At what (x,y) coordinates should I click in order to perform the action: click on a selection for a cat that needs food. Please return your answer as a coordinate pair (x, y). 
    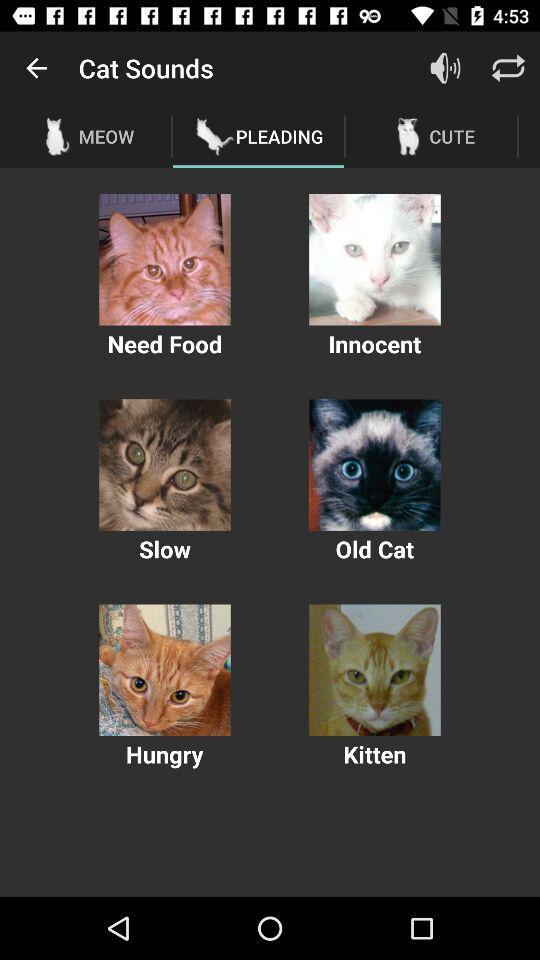
    Looking at the image, I should click on (164, 258).